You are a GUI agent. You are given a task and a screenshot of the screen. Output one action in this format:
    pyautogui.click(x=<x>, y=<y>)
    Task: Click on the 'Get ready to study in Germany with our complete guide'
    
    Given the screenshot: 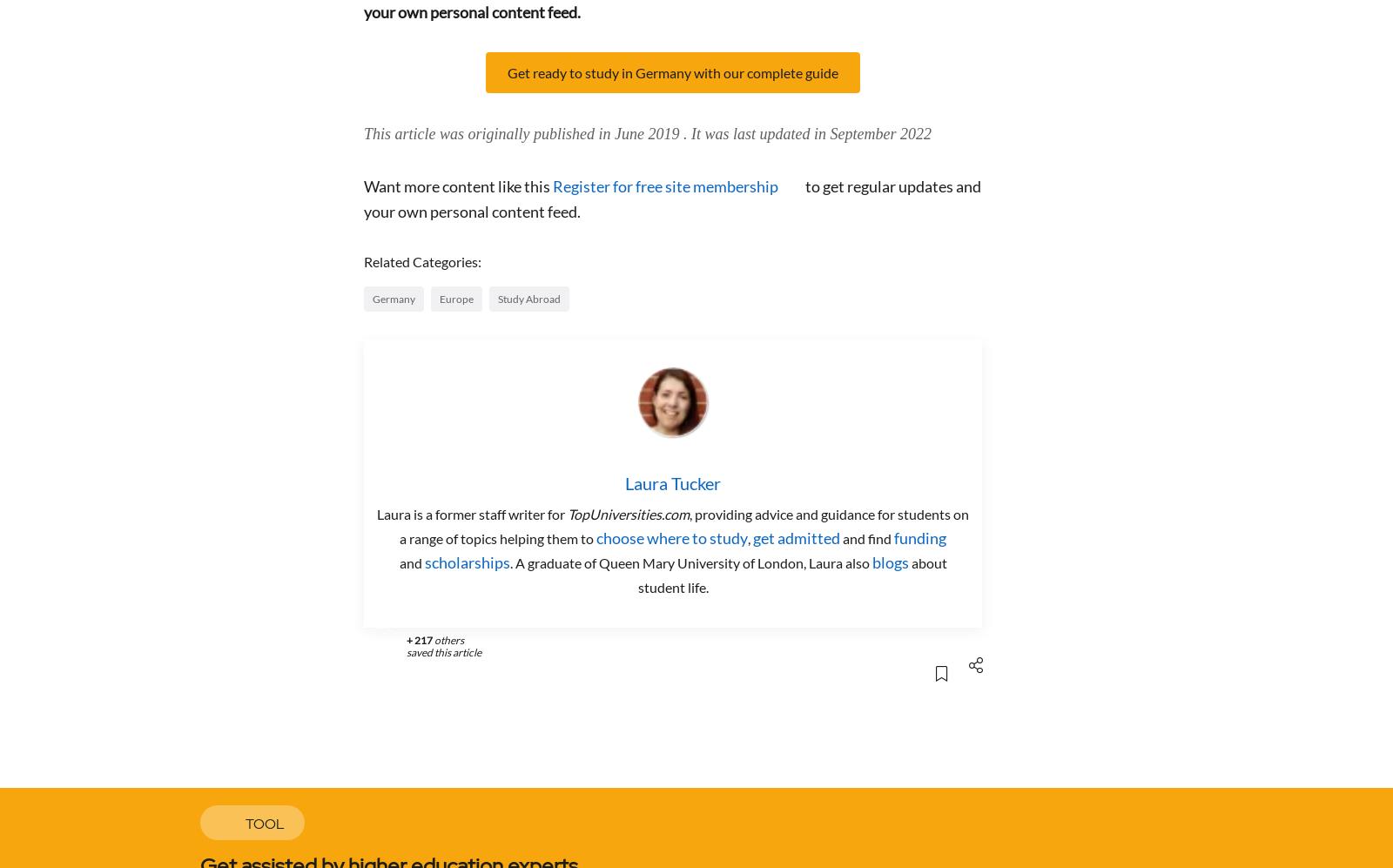 What is the action you would take?
    pyautogui.click(x=672, y=71)
    